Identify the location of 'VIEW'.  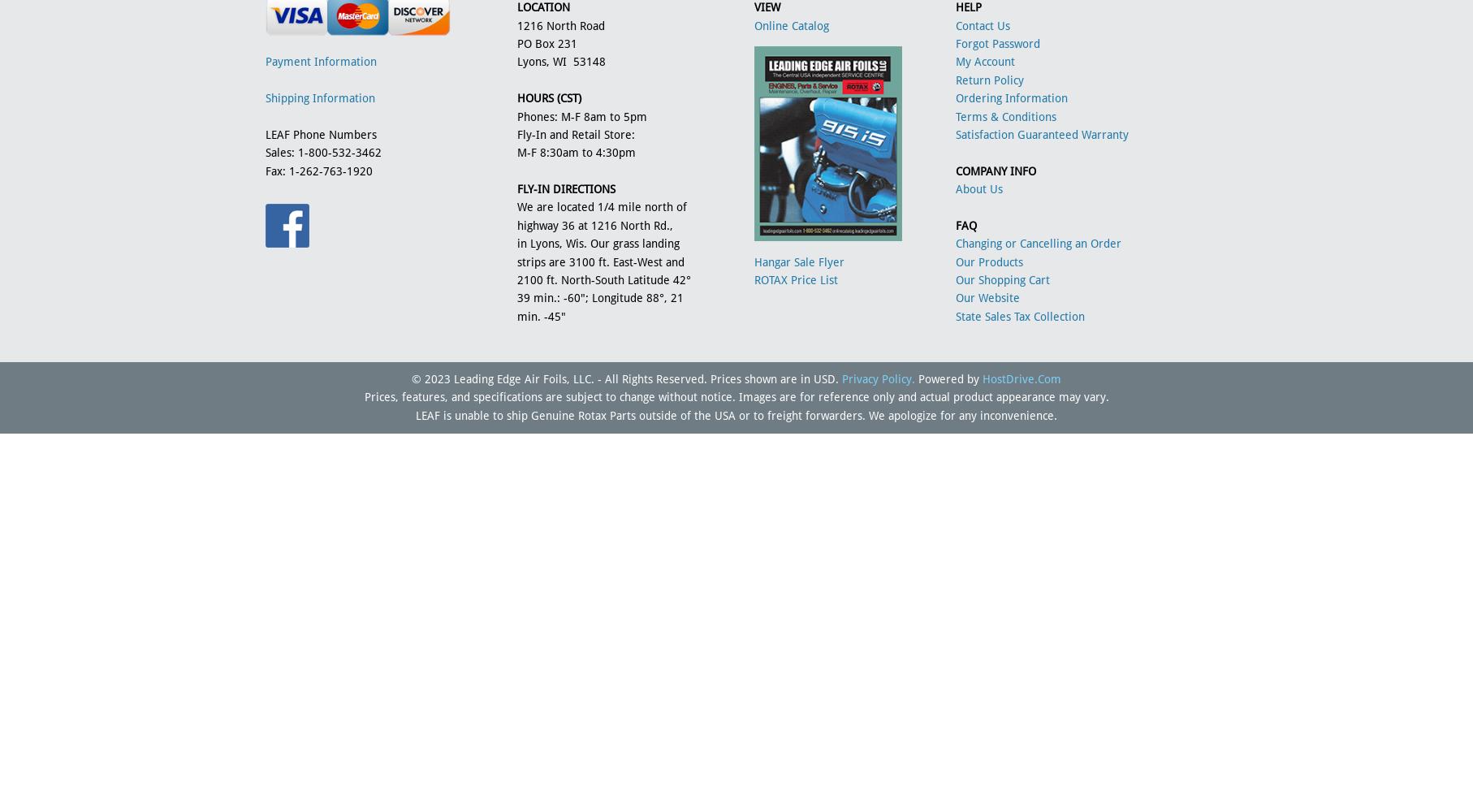
(767, 7).